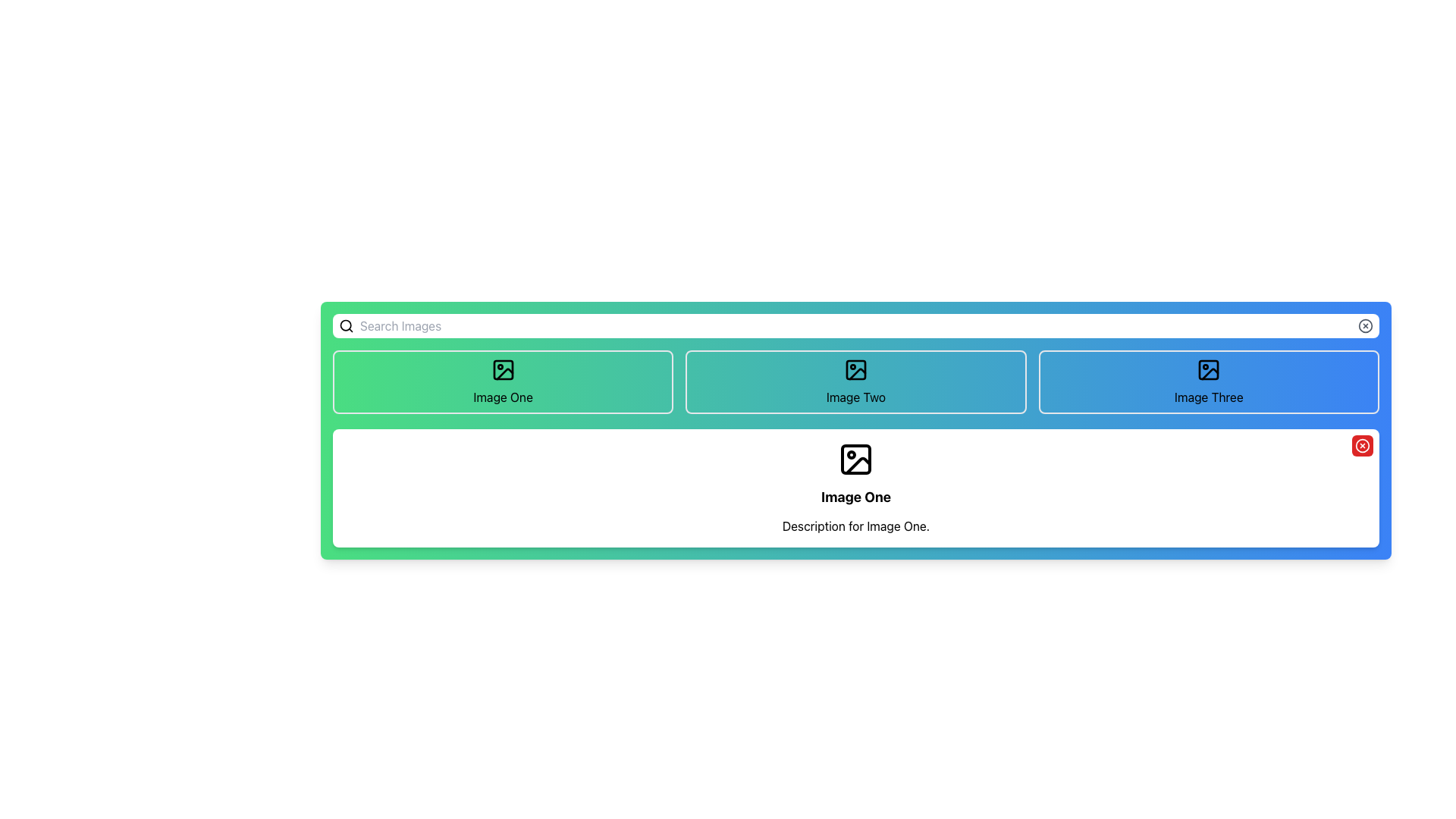  Describe the element at coordinates (503, 381) in the screenshot. I see `the button in the top-left corner of the grid` at that location.